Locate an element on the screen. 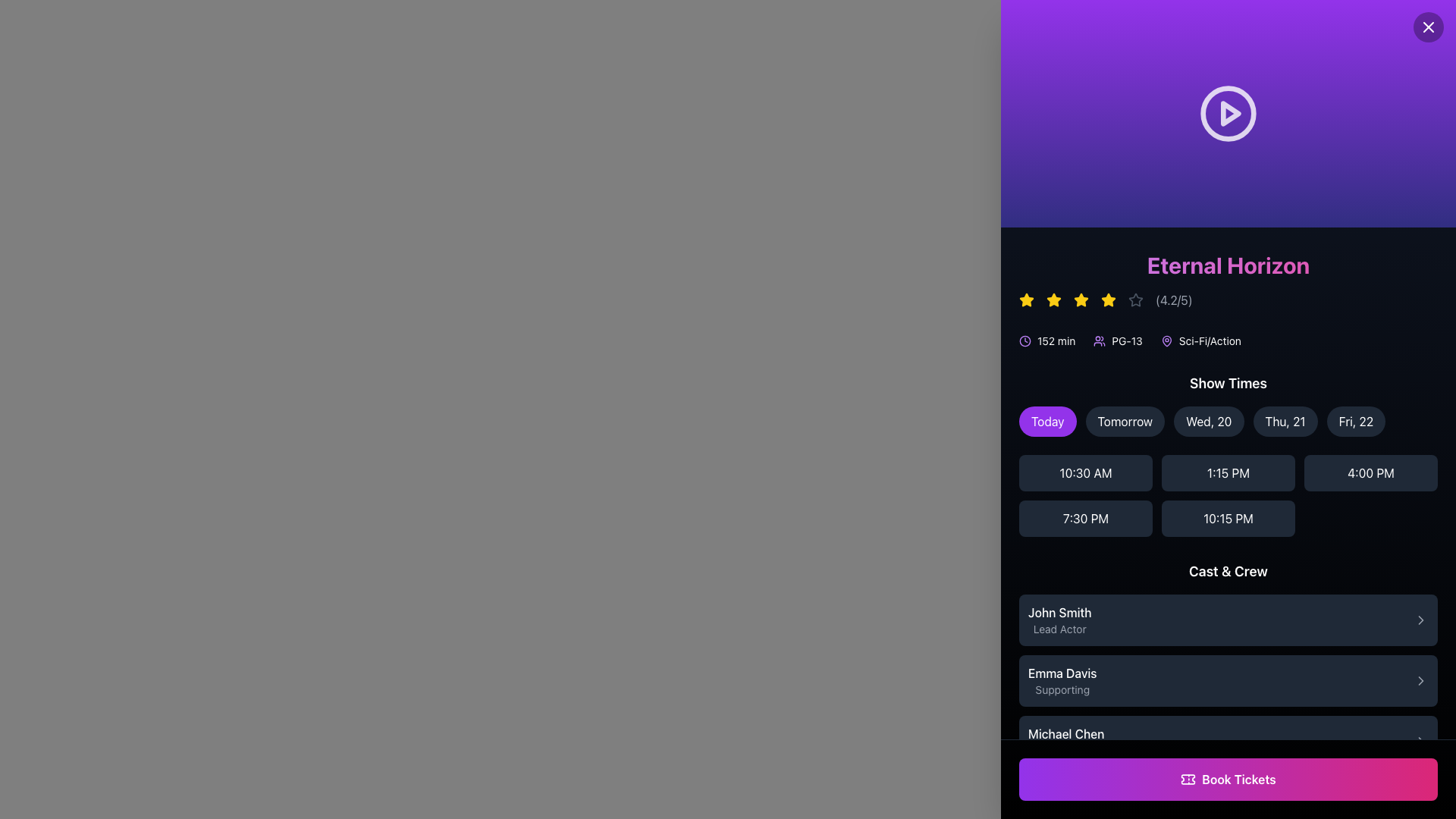  the '7:30 PM' button located in the second row, first column of the 'Show Times' grid is located at coordinates (1084, 517).